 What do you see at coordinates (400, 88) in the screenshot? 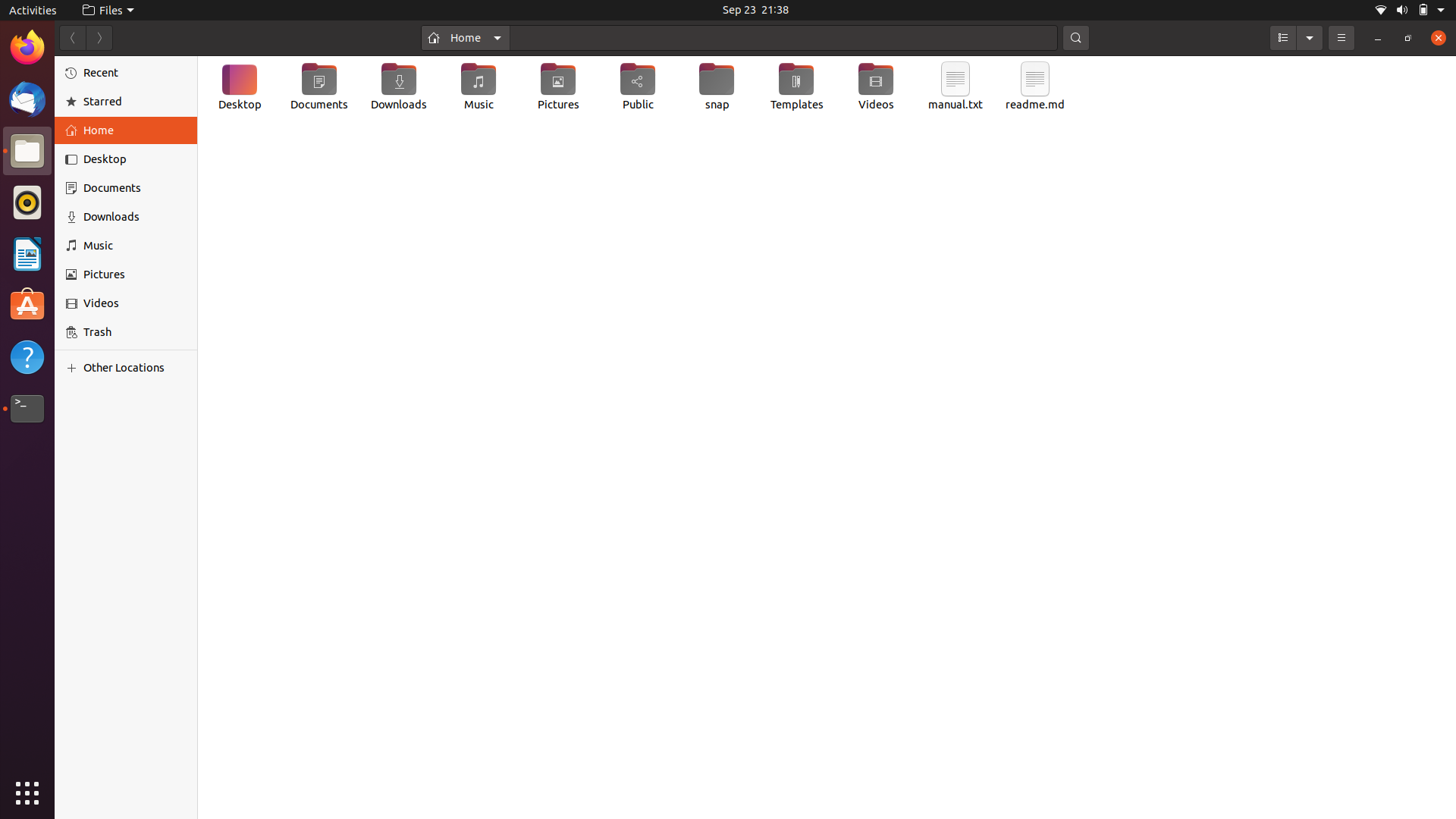
I see `Use Python"s automation scripting to produce a text file called "file.txt" within the Downloads folder` at bounding box center [400, 88].